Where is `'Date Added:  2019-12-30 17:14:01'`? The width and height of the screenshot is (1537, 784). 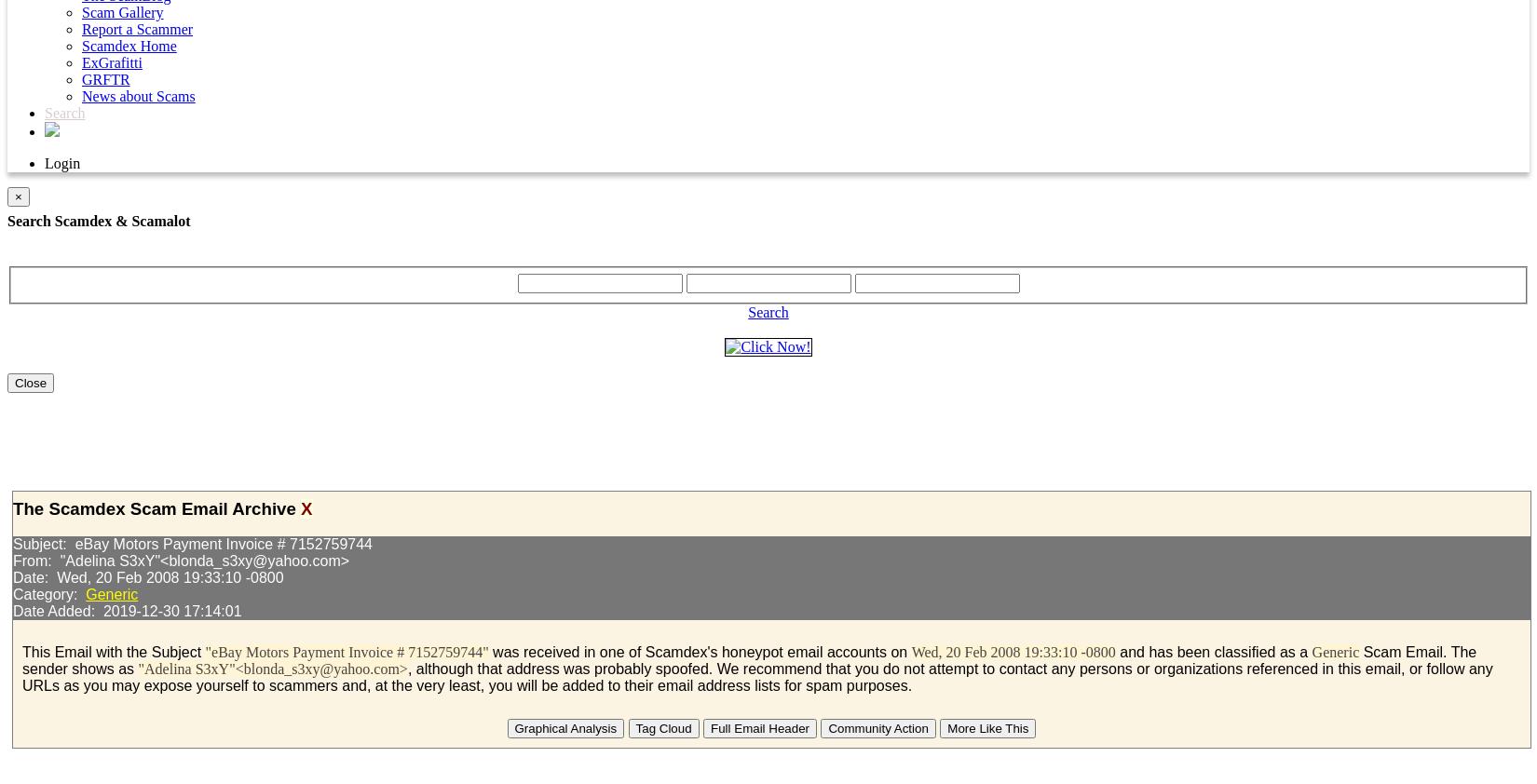
'Date Added:  2019-12-30 17:14:01' is located at coordinates (127, 611).